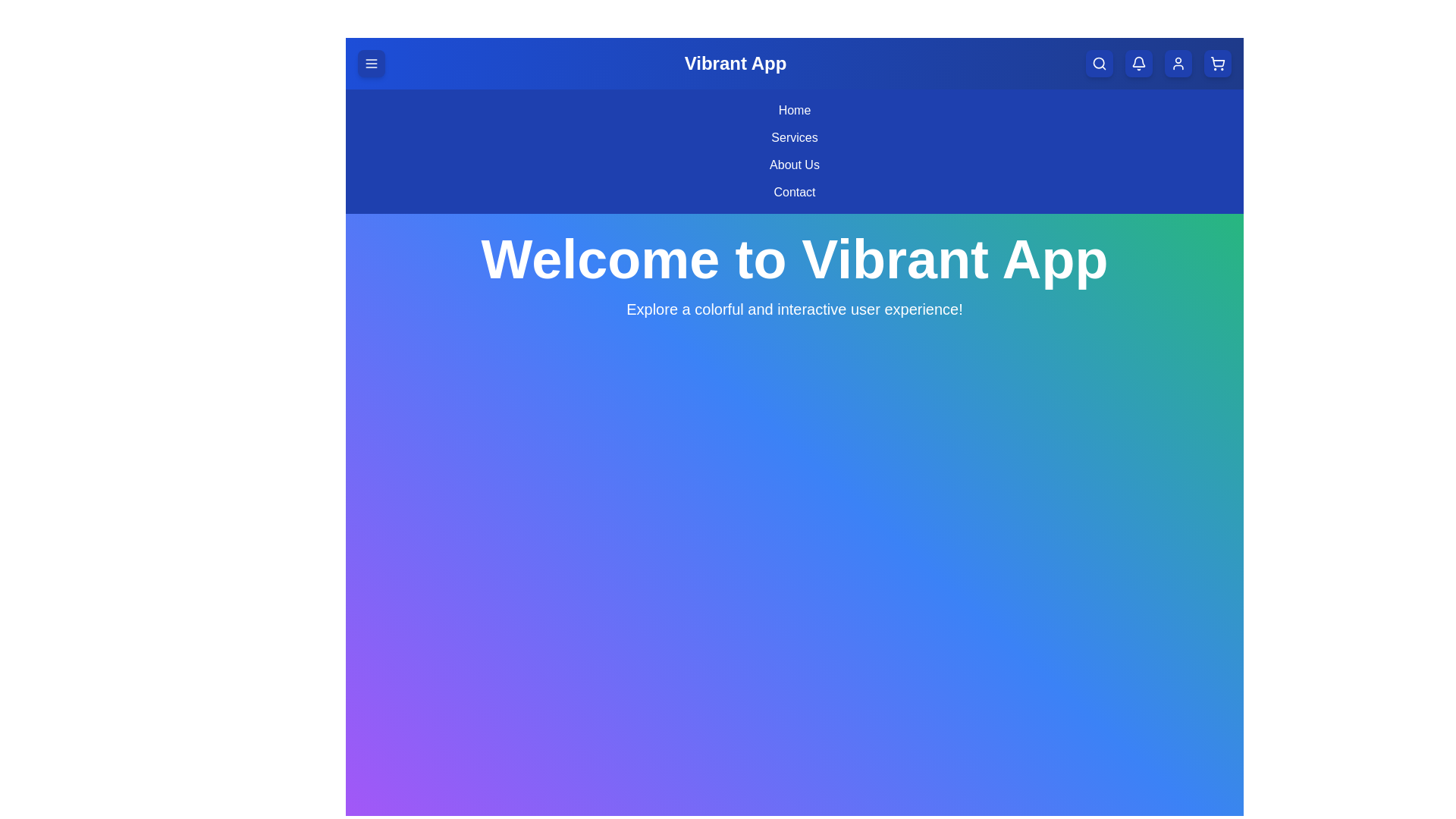 The width and height of the screenshot is (1456, 819). What do you see at coordinates (1139, 63) in the screenshot?
I see `the notification bell button` at bounding box center [1139, 63].